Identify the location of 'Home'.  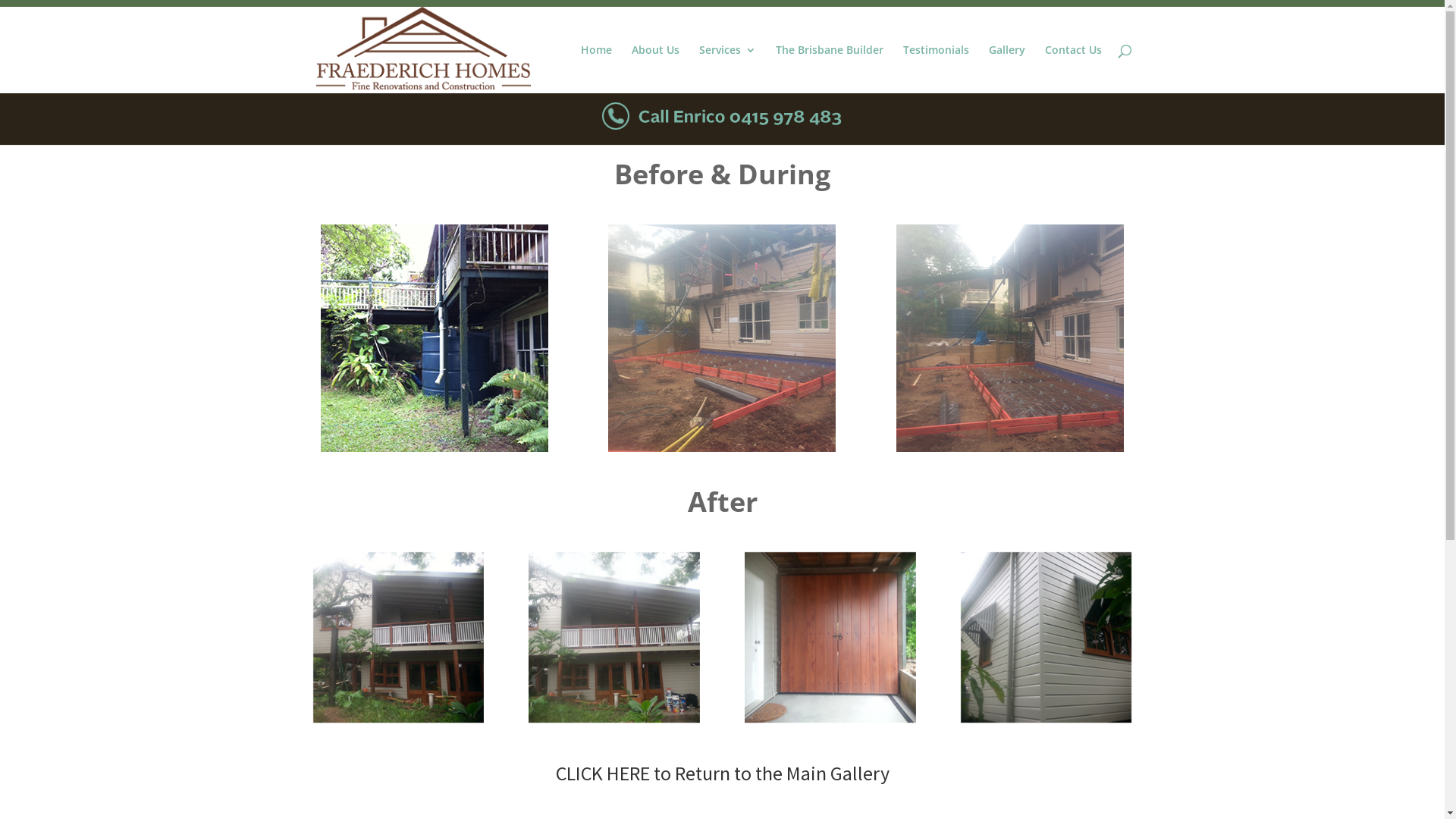
(595, 69).